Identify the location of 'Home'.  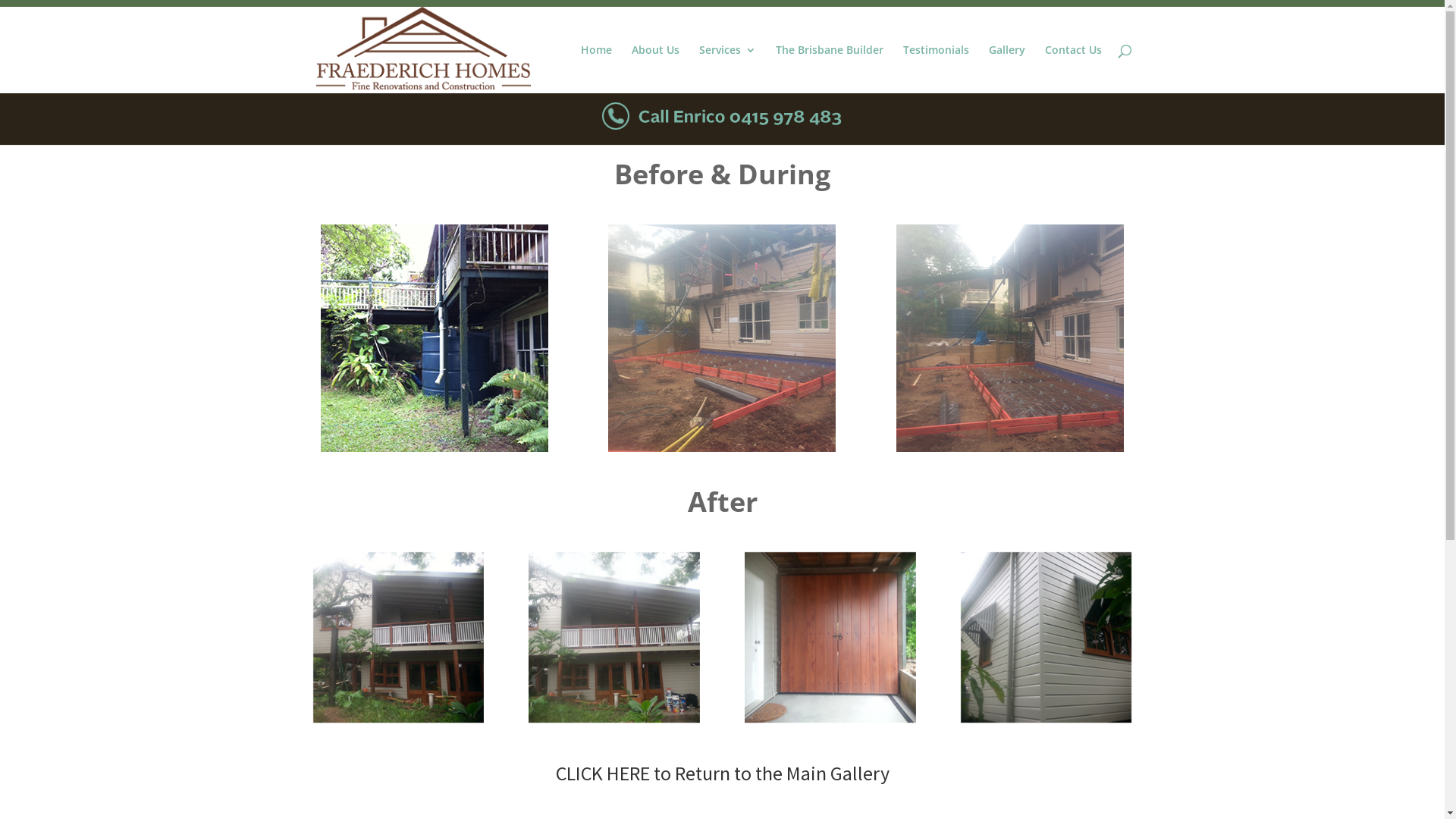
(595, 69).